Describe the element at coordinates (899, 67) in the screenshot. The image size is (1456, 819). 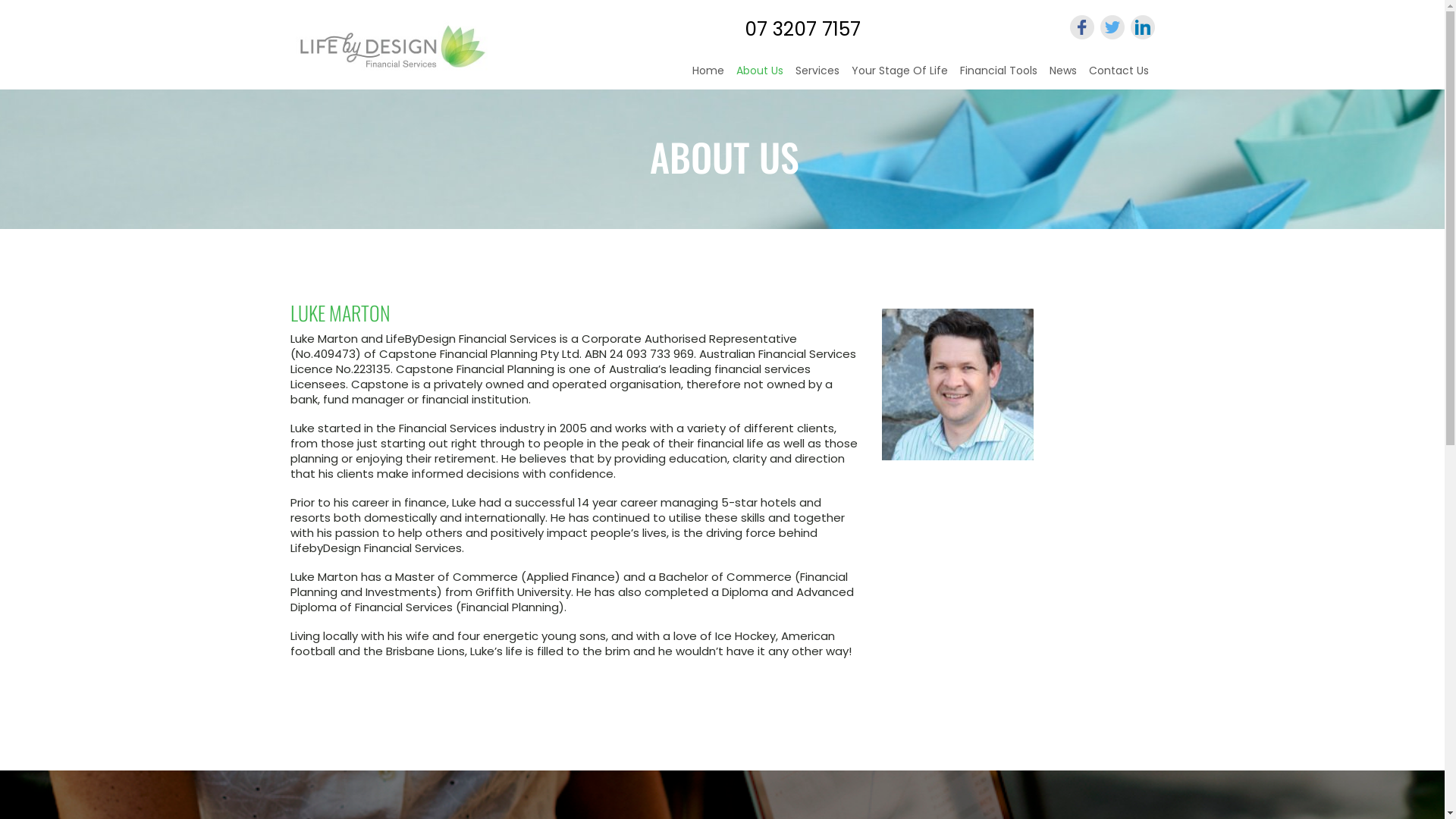
I see `'Your Stage Of Life'` at that location.